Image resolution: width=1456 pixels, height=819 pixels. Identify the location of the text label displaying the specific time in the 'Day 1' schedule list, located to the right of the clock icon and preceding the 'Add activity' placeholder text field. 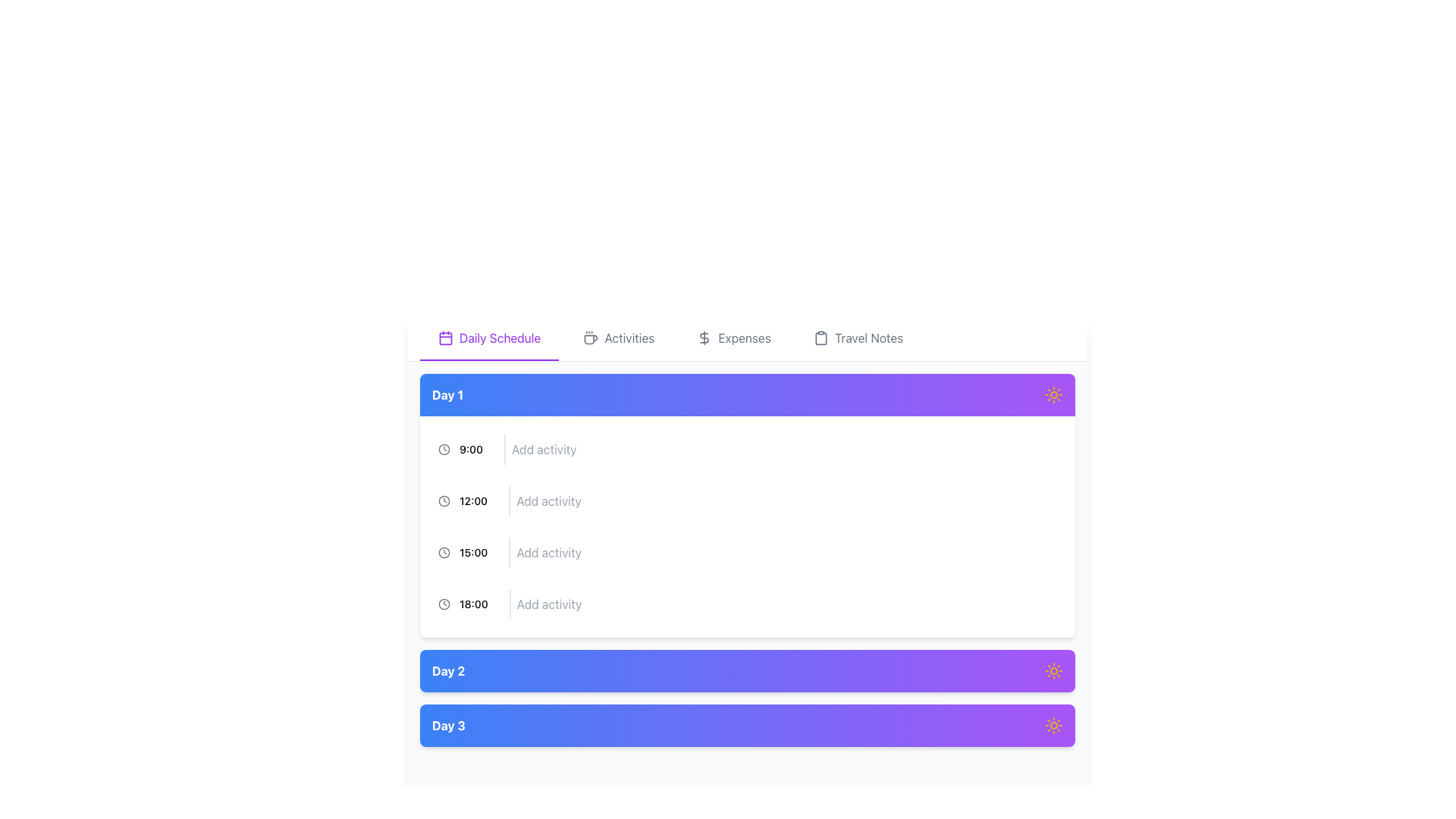
(472, 500).